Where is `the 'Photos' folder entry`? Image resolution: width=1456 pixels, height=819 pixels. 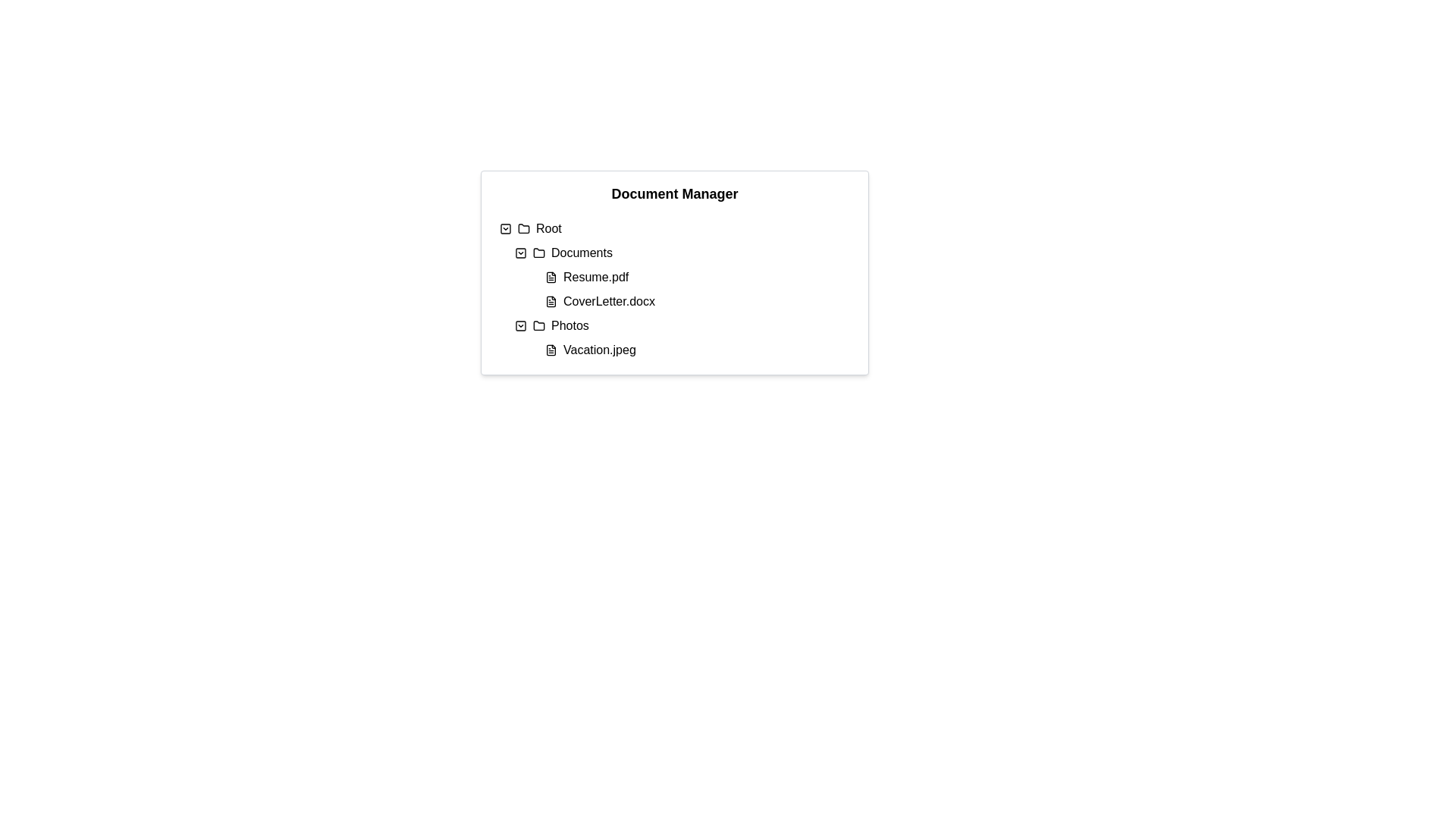 the 'Photos' folder entry is located at coordinates (682, 325).